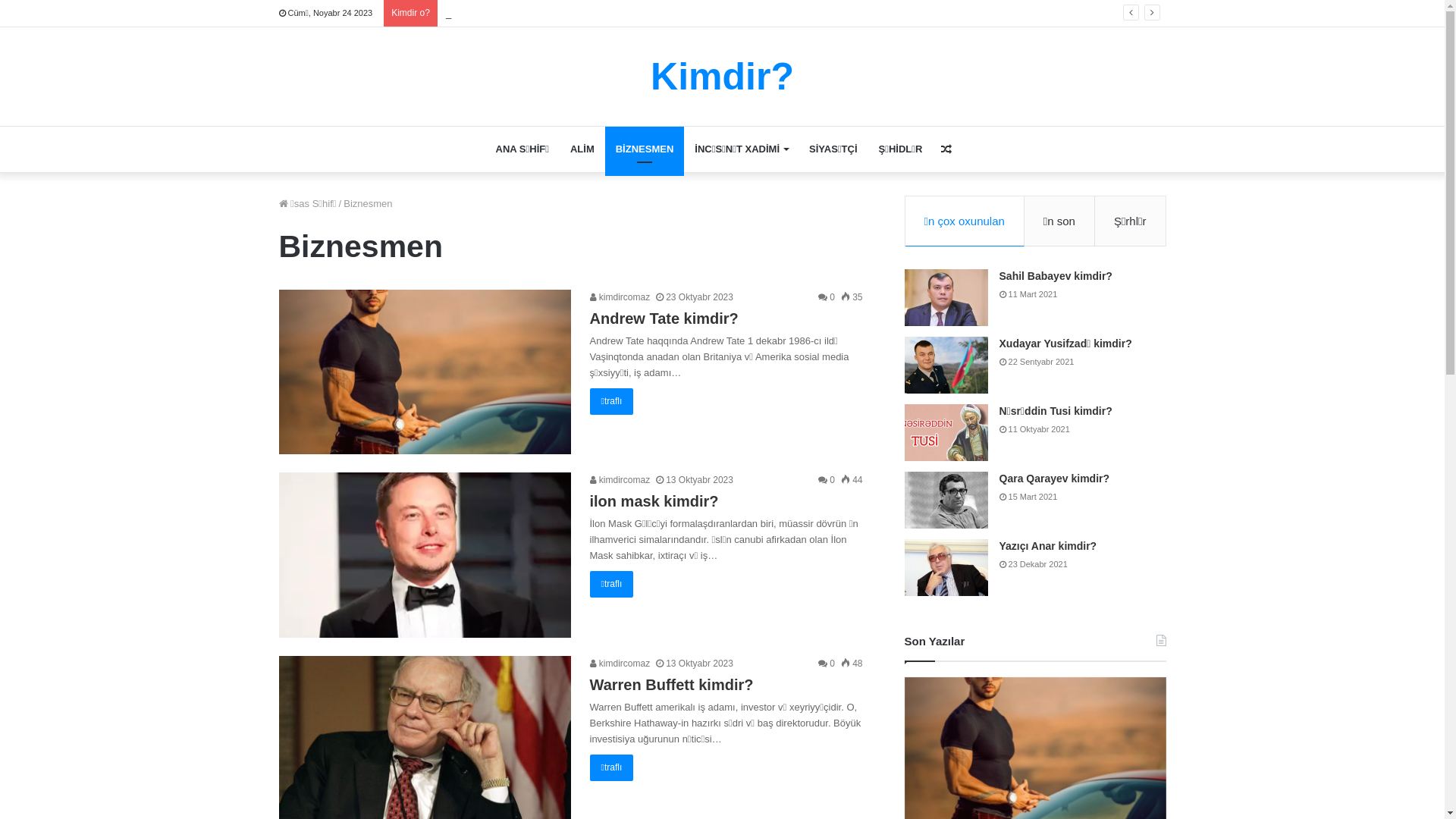 Image resolution: width=1456 pixels, height=819 pixels. What do you see at coordinates (620, 297) in the screenshot?
I see `'kimdircomaz'` at bounding box center [620, 297].